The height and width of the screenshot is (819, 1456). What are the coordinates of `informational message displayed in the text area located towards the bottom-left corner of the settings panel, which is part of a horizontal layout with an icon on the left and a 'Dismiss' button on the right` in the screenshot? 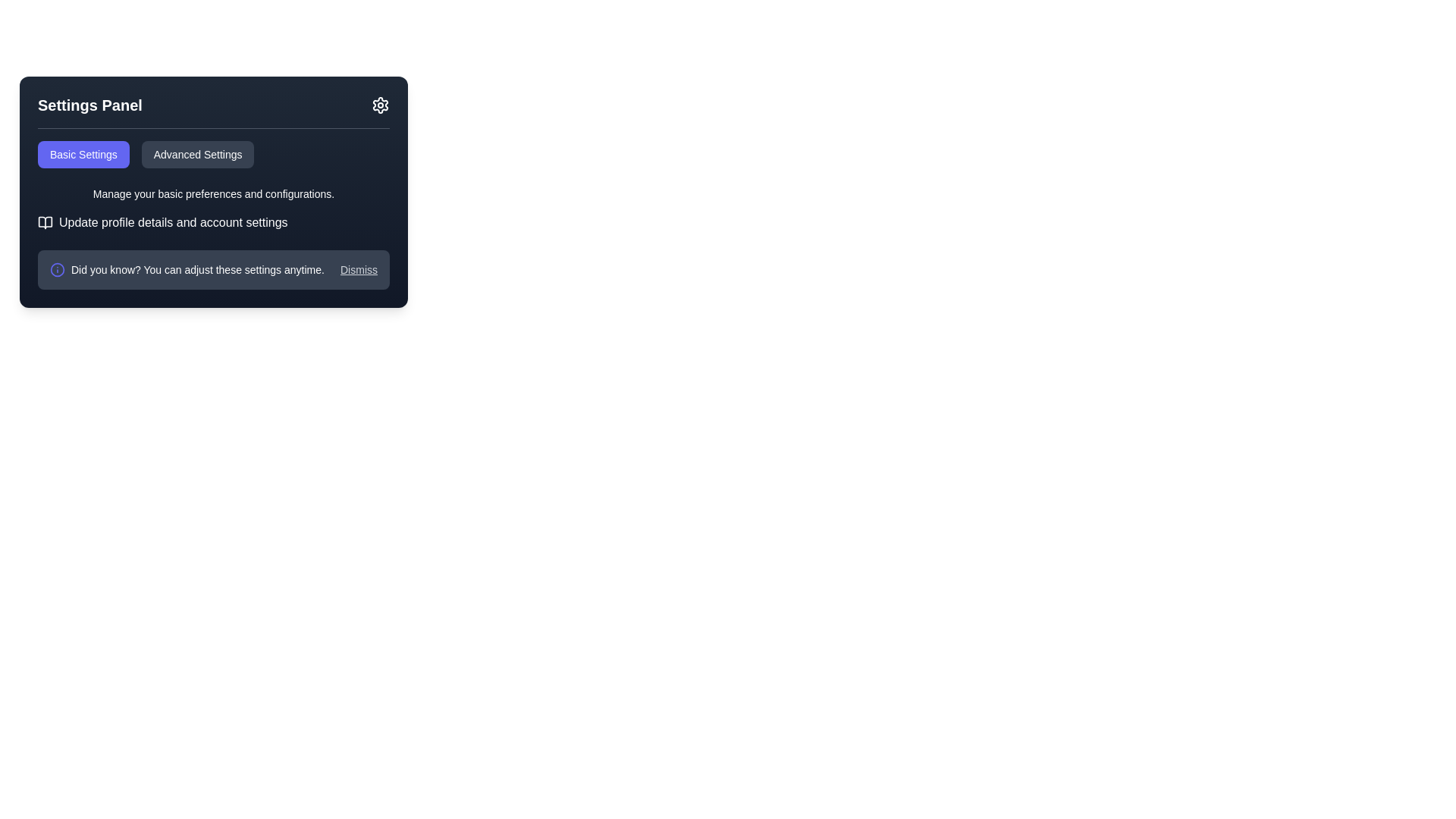 It's located at (196, 268).